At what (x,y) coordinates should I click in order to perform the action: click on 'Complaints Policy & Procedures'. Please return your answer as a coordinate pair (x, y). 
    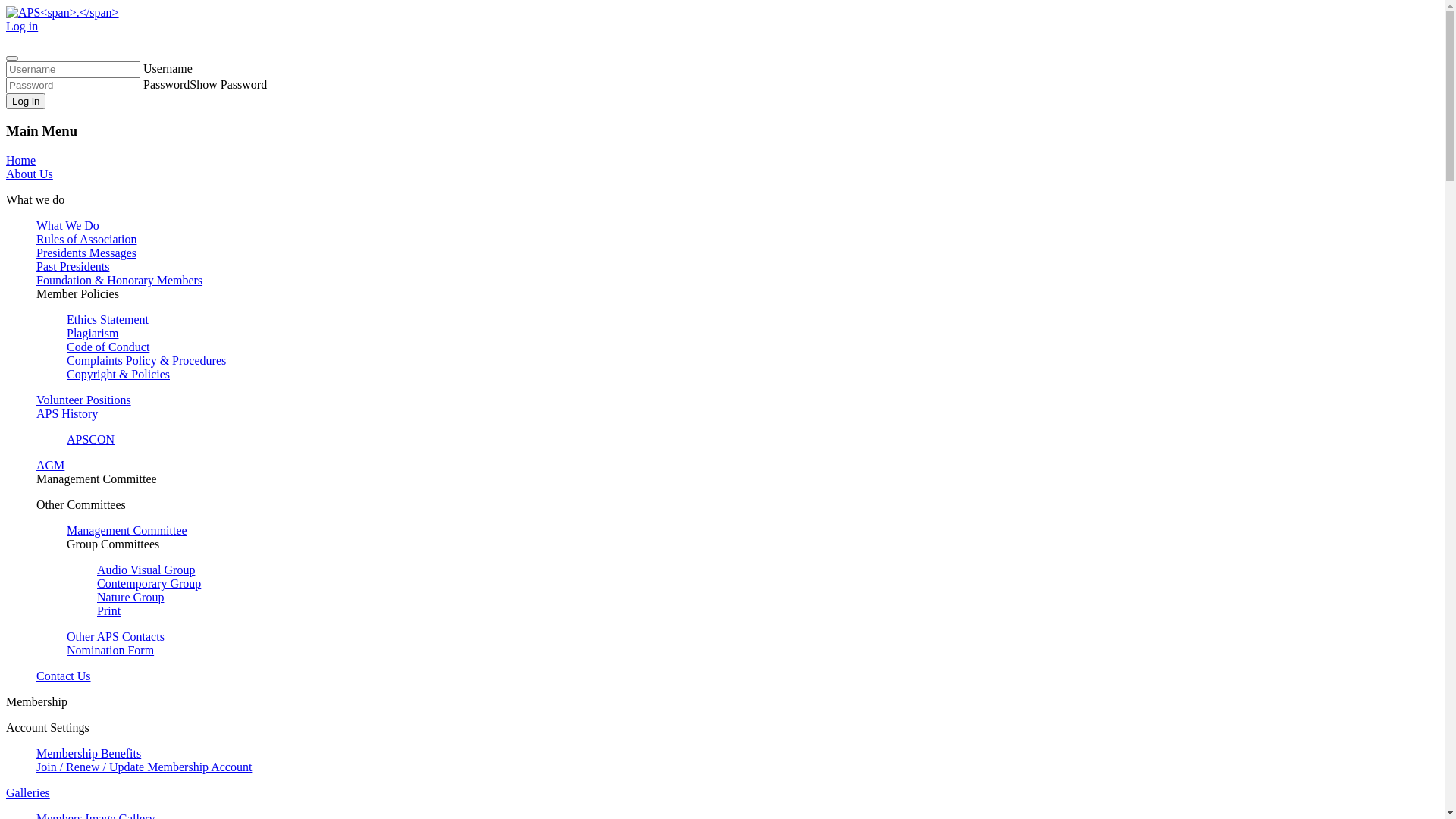
    Looking at the image, I should click on (146, 360).